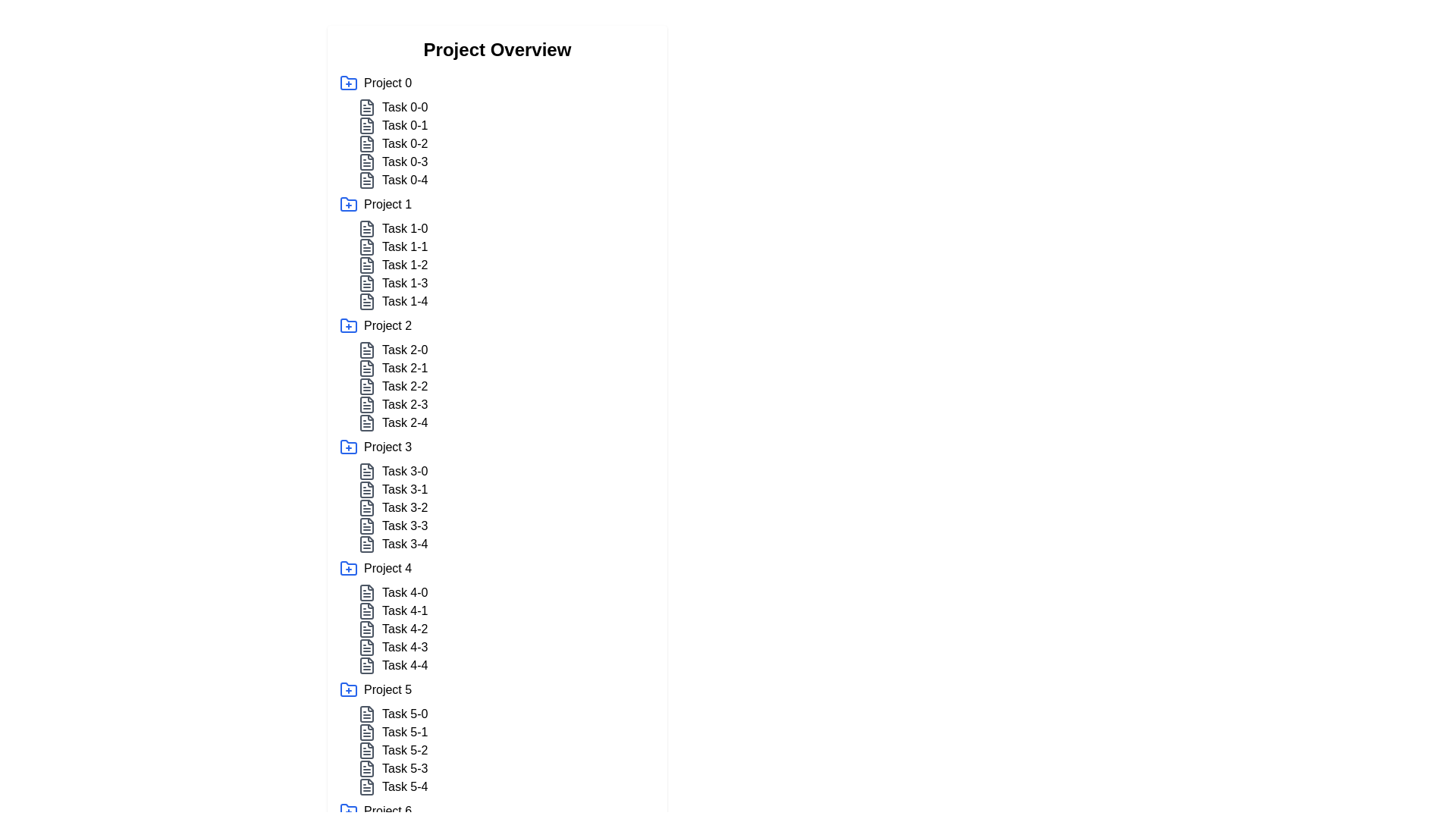 The width and height of the screenshot is (1456, 819). What do you see at coordinates (367, 265) in the screenshot?
I see `the small gray document icon representing 'Task 1-2' located to the left of the task text in the hierarchical list under 'Project 1'` at bounding box center [367, 265].